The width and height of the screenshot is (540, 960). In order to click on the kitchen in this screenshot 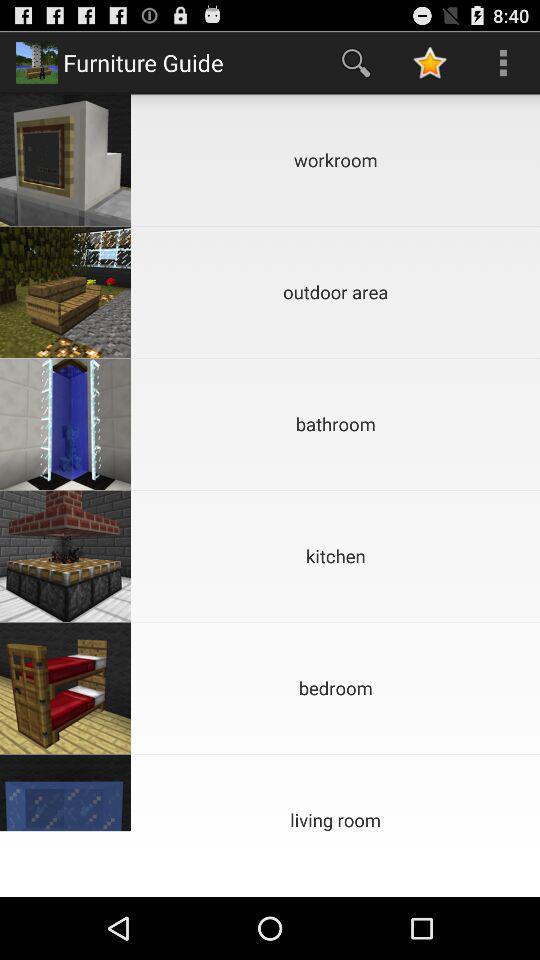, I will do `click(335, 556)`.